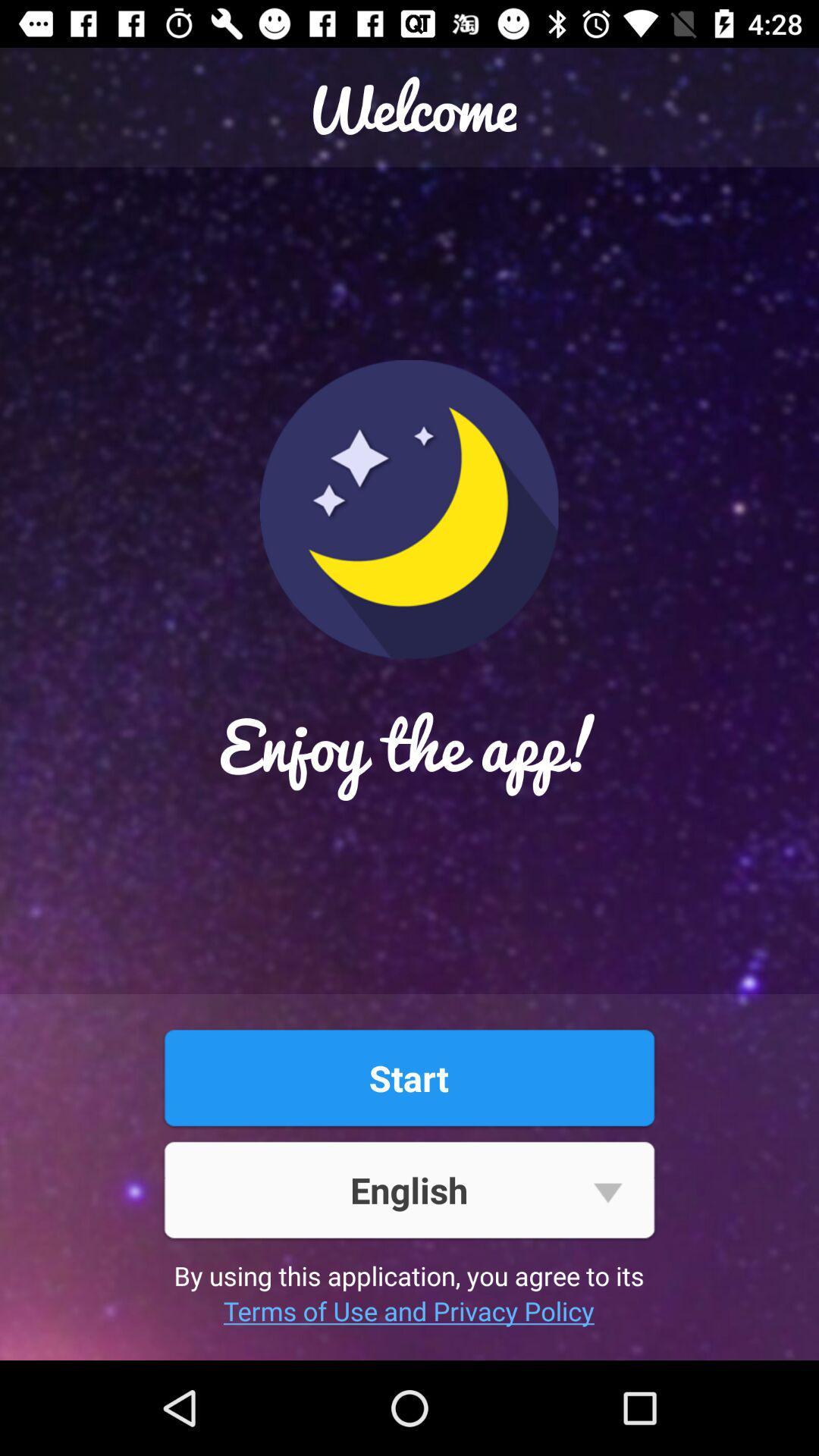  What do you see at coordinates (408, 1077) in the screenshot?
I see `the start icon` at bounding box center [408, 1077].